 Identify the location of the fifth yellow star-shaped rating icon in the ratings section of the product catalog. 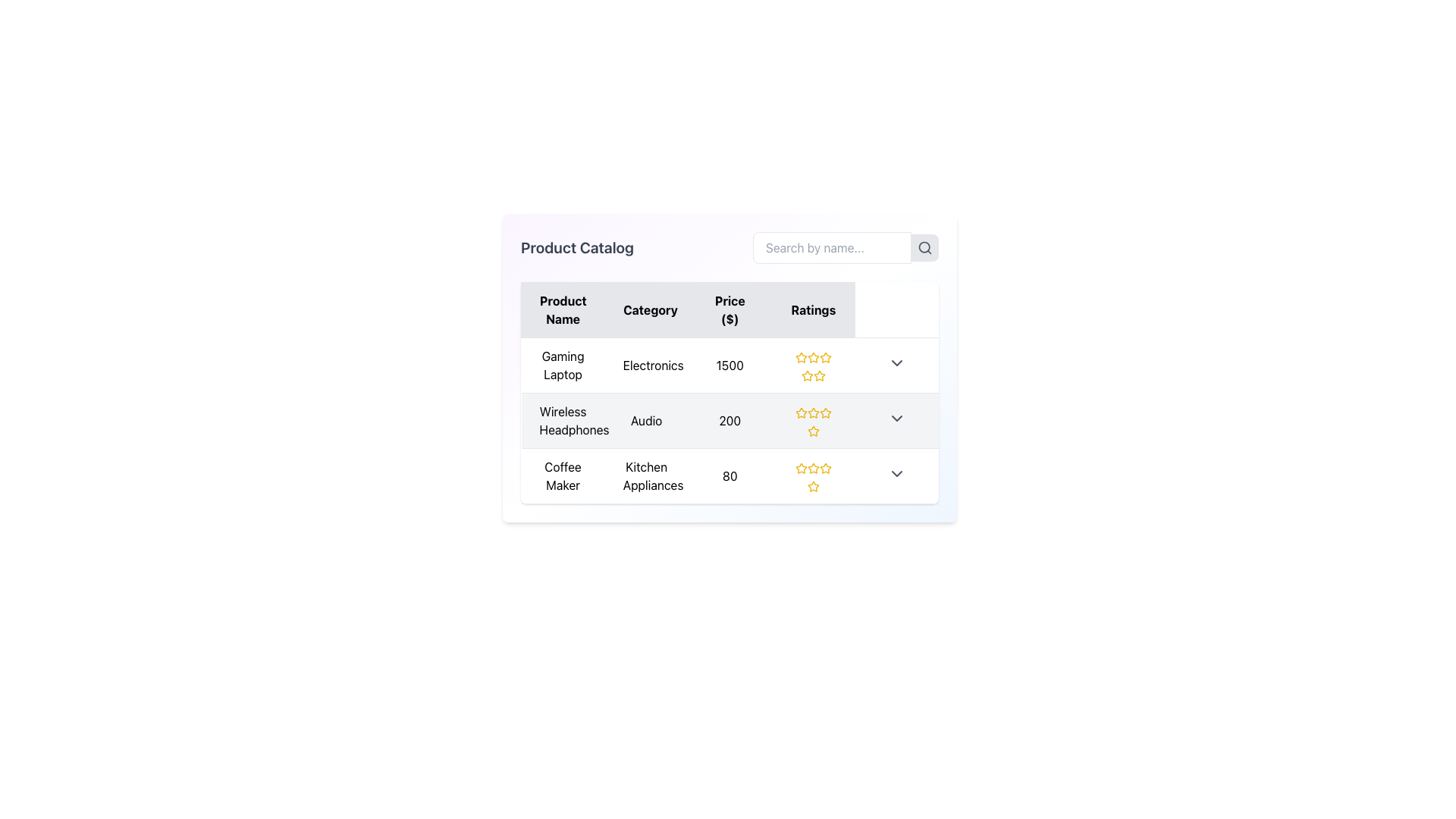
(824, 357).